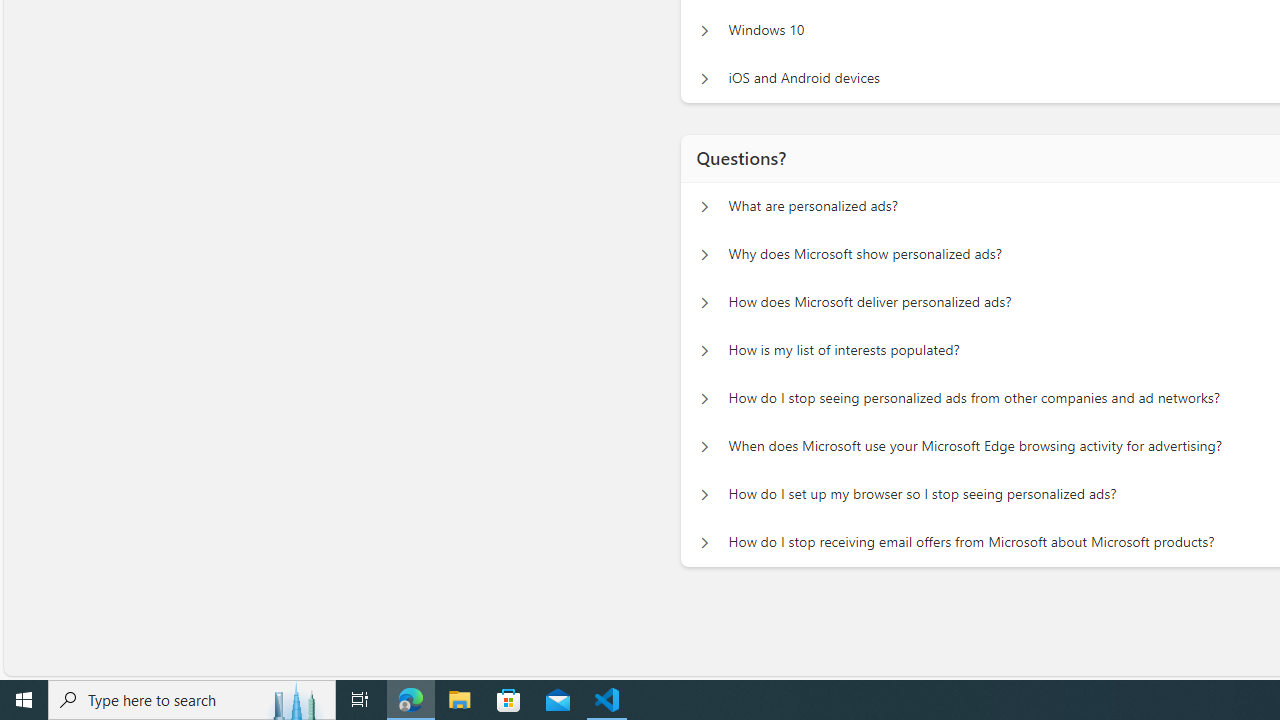  What do you see at coordinates (704, 30) in the screenshot?
I see `'Manage personalized ads on your device Windows 10'` at bounding box center [704, 30].